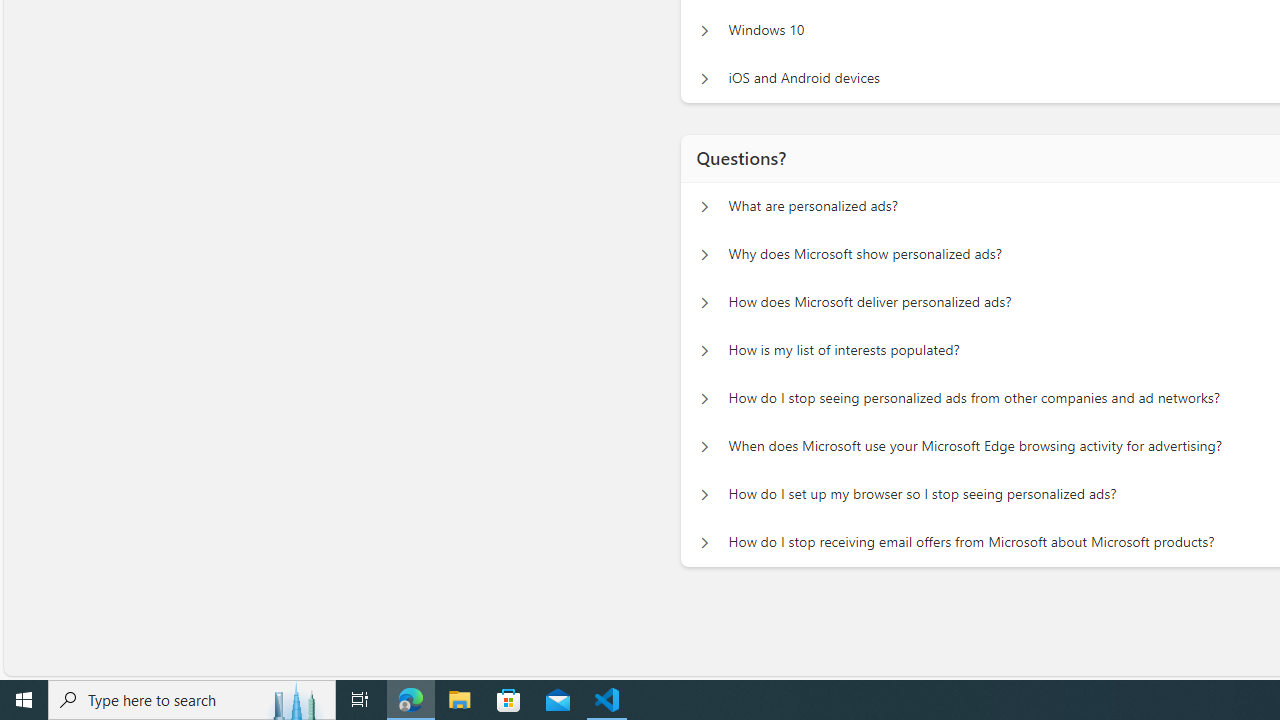  What do you see at coordinates (704, 30) in the screenshot?
I see `'Manage personalized ads on your device Windows 10'` at bounding box center [704, 30].